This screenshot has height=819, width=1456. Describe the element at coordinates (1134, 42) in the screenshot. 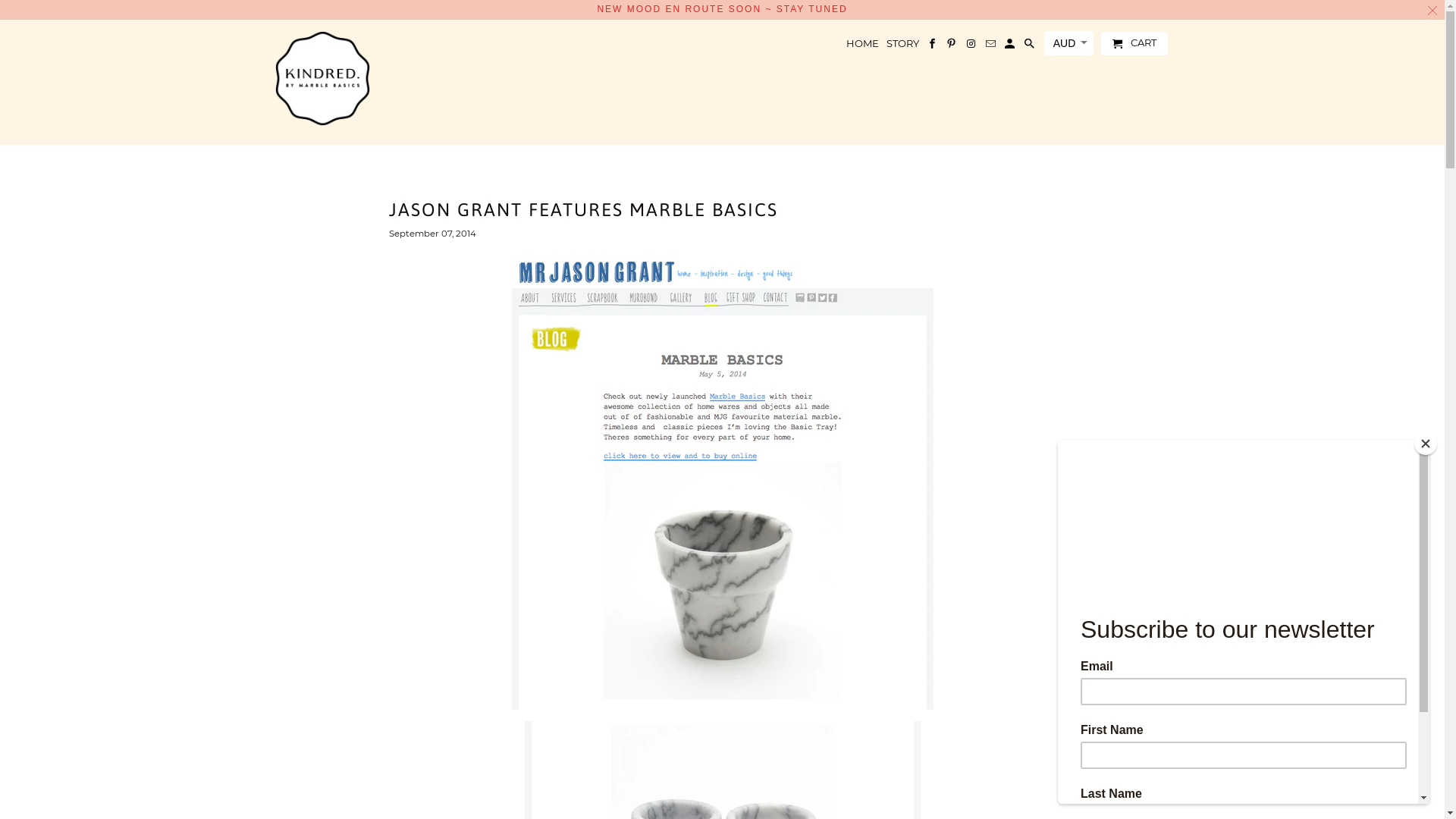

I see `'CART'` at that location.